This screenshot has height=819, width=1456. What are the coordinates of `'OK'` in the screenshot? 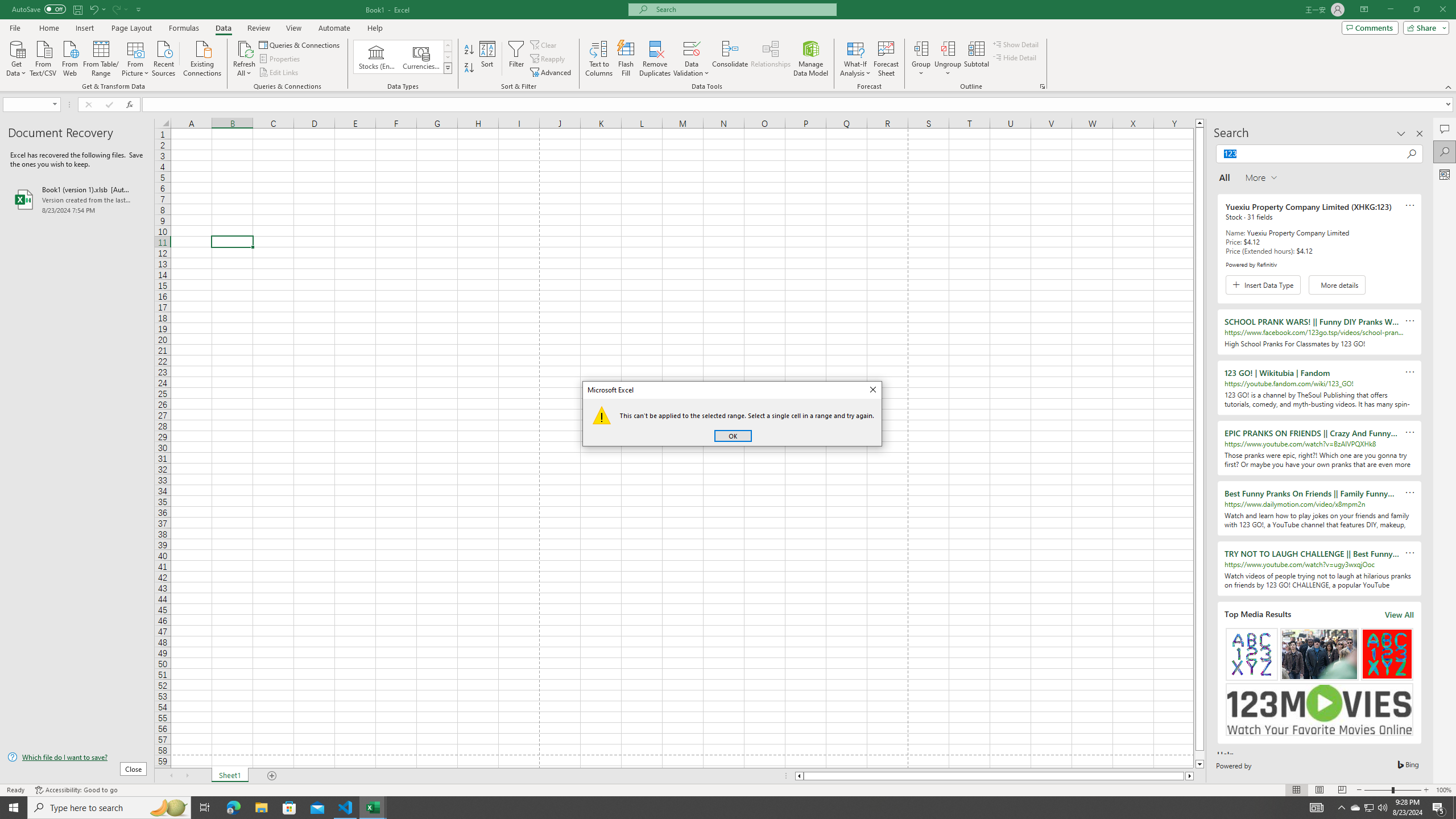 It's located at (733, 435).